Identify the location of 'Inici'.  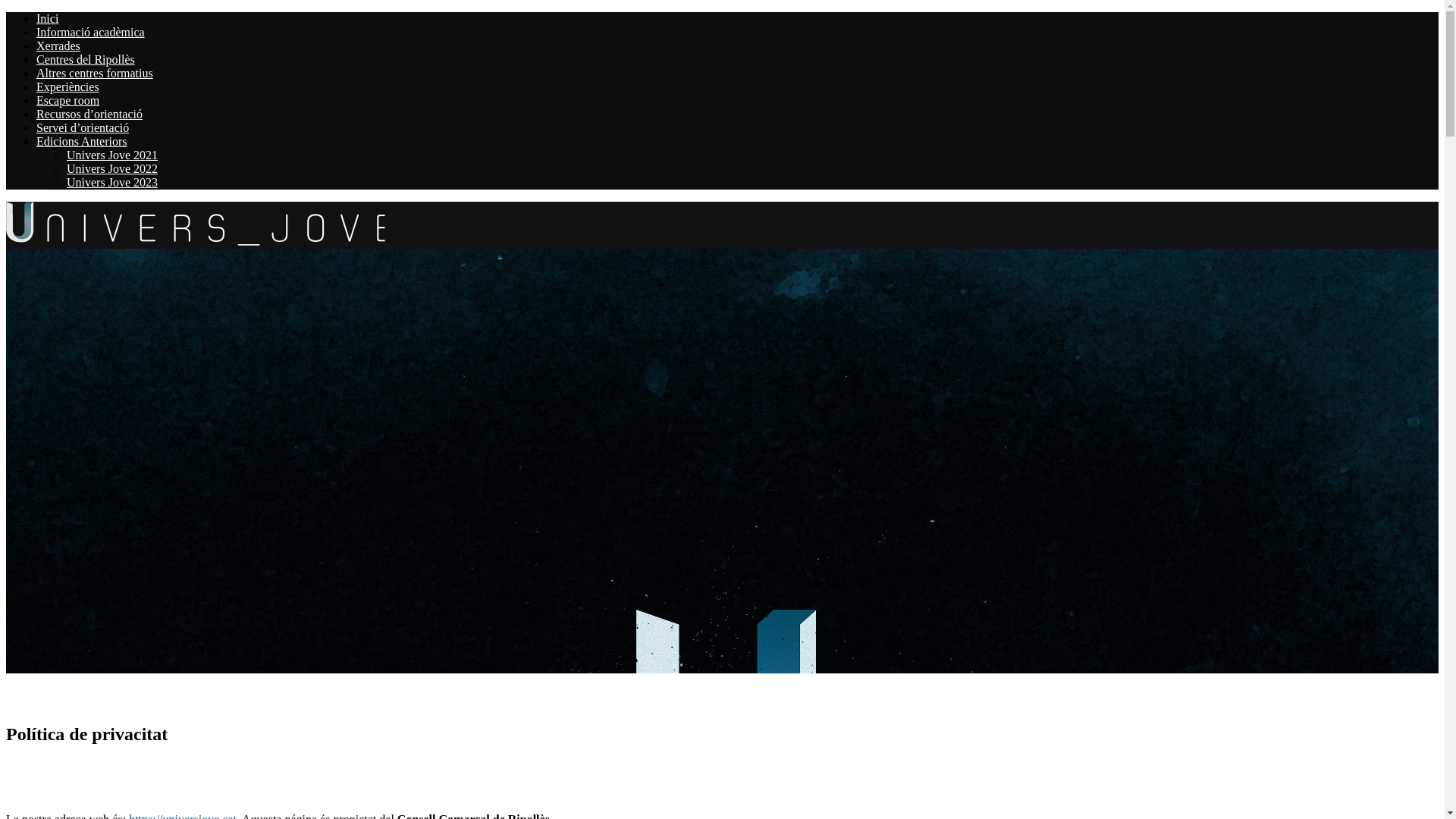
(47, 18).